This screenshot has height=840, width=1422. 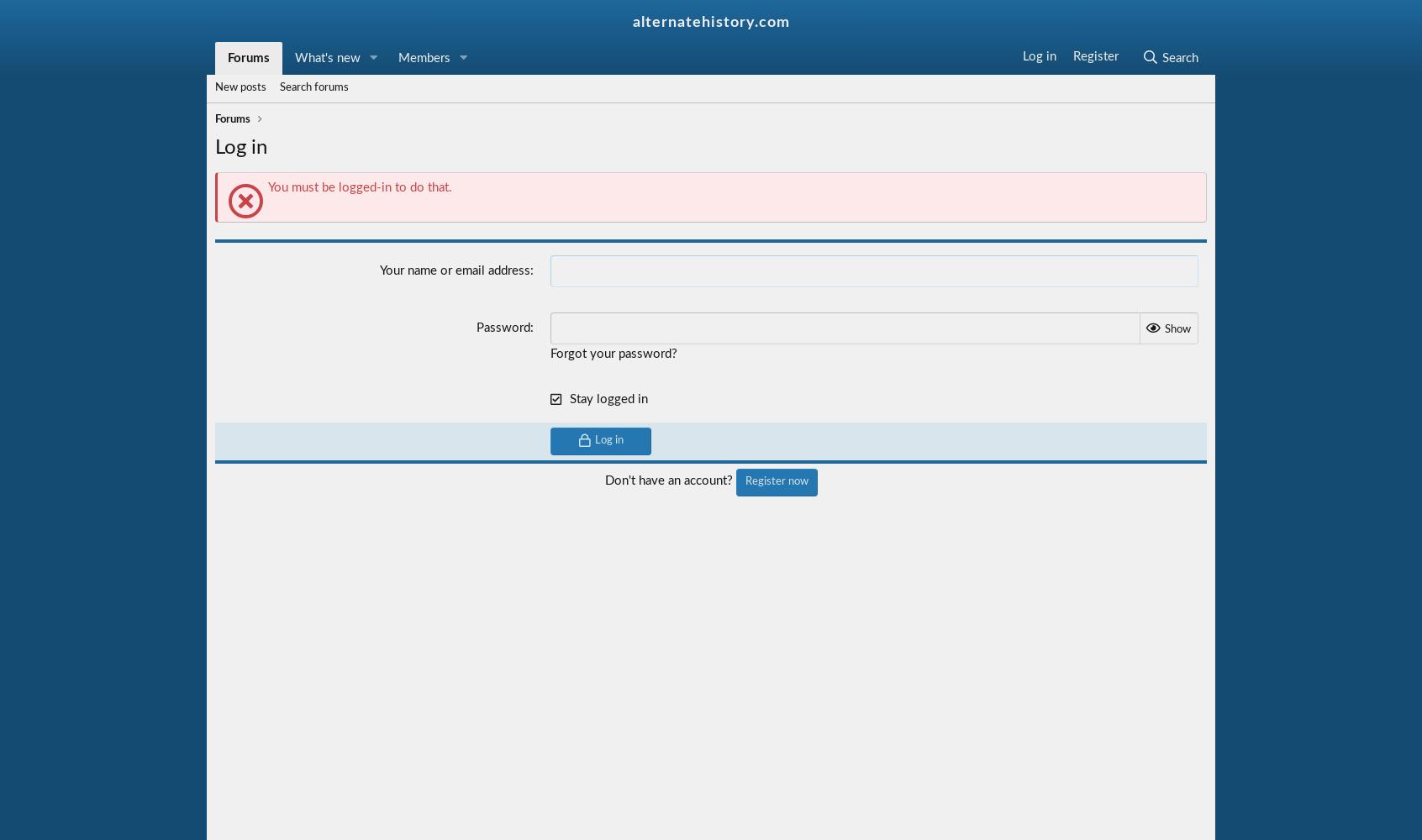 I want to click on 'Forgot your password?', so click(x=613, y=354).